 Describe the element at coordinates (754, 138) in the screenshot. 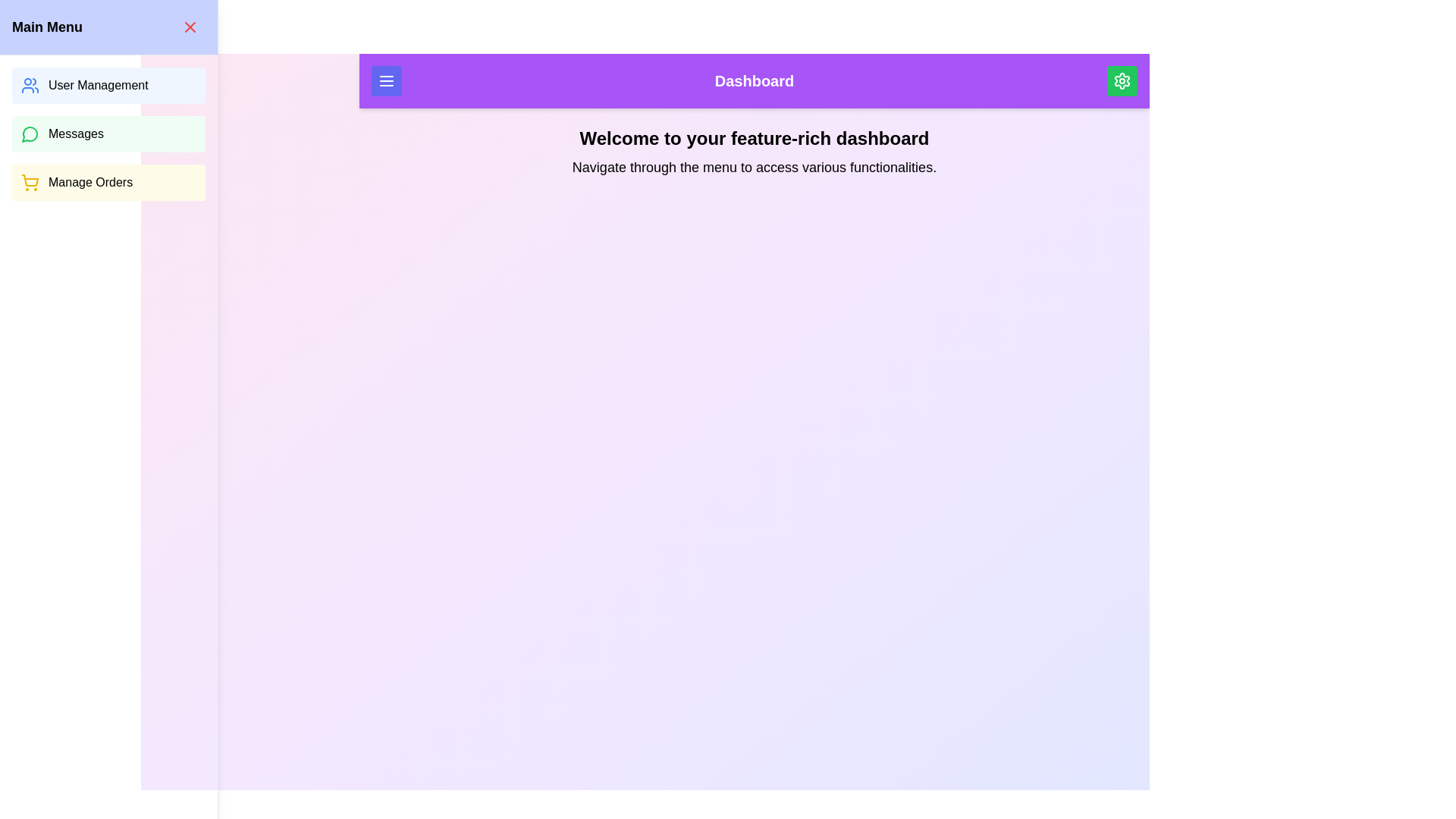

I see `the text element displaying 'Welcome to your feature-rich dashboard', which is a bold header located below the purple 'Dashboard' header` at that location.